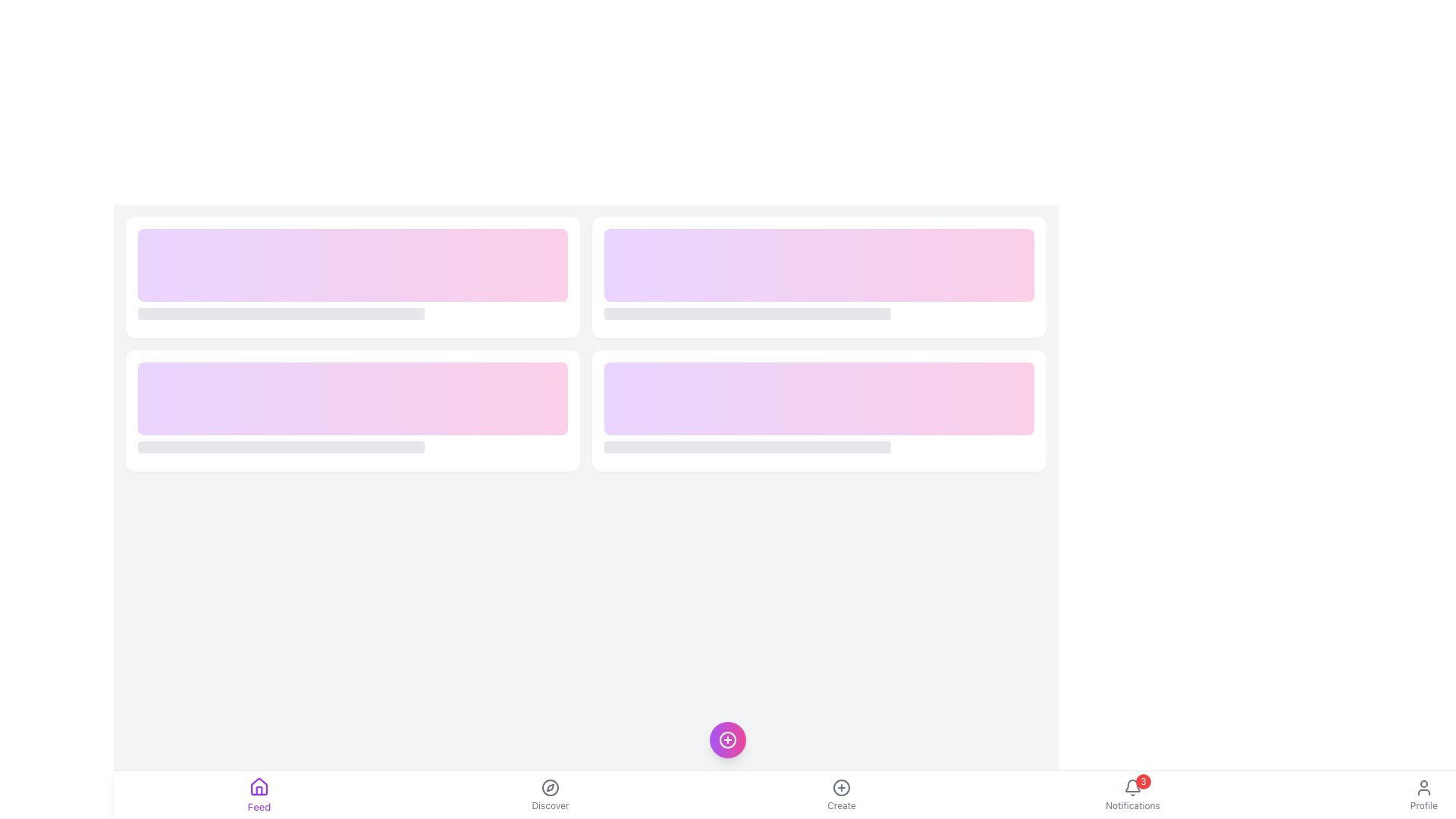 Image resolution: width=1456 pixels, height=819 pixels. What do you see at coordinates (818, 278) in the screenshot?
I see `the second card in the first row of the grid layout, which has a white background, rounded corners, and moderate shadowing` at bounding box center [818, 278].